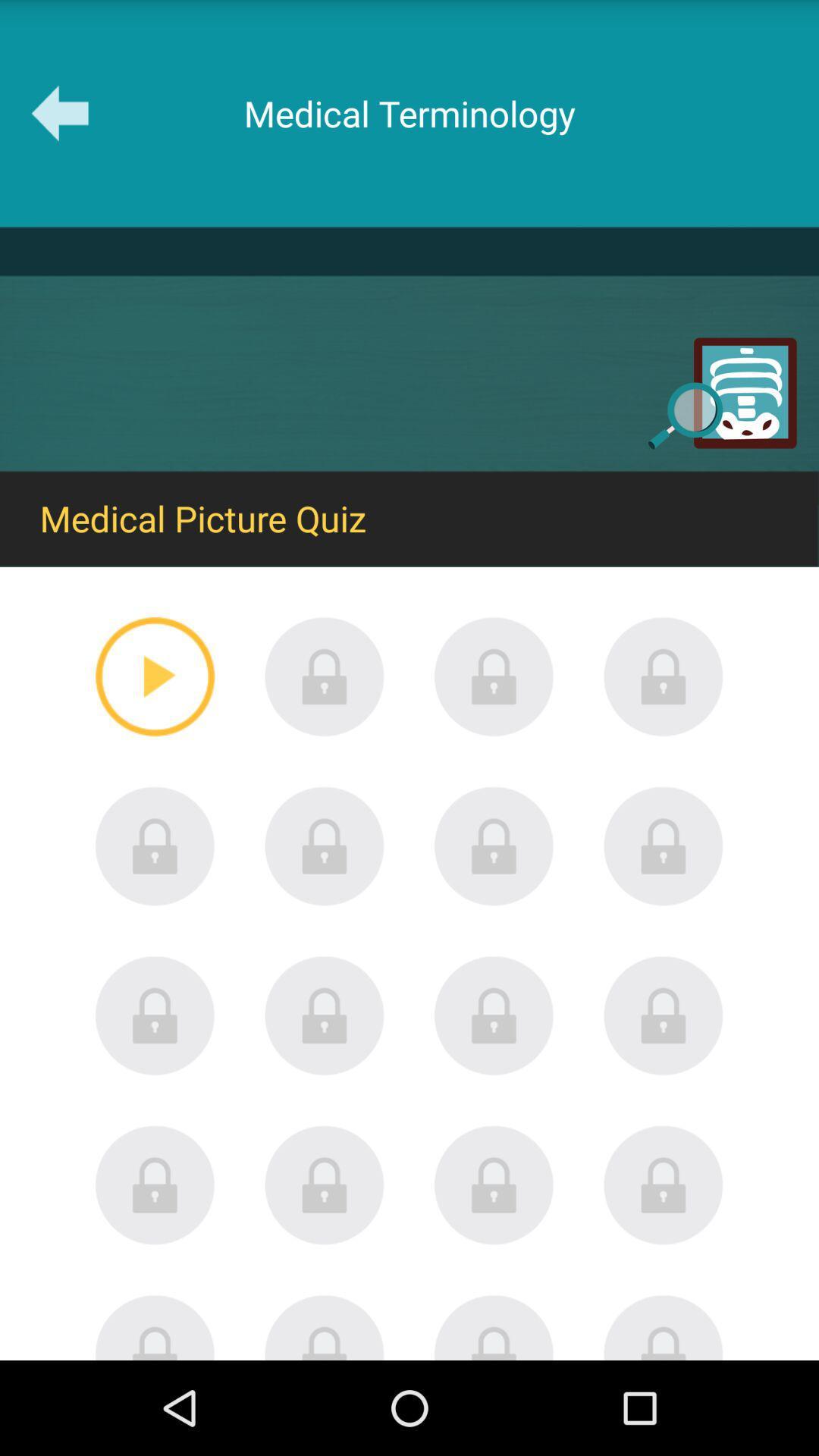  Describe the element at coordinates (663, 1326) in the screenshot. I see `locked` at that location.